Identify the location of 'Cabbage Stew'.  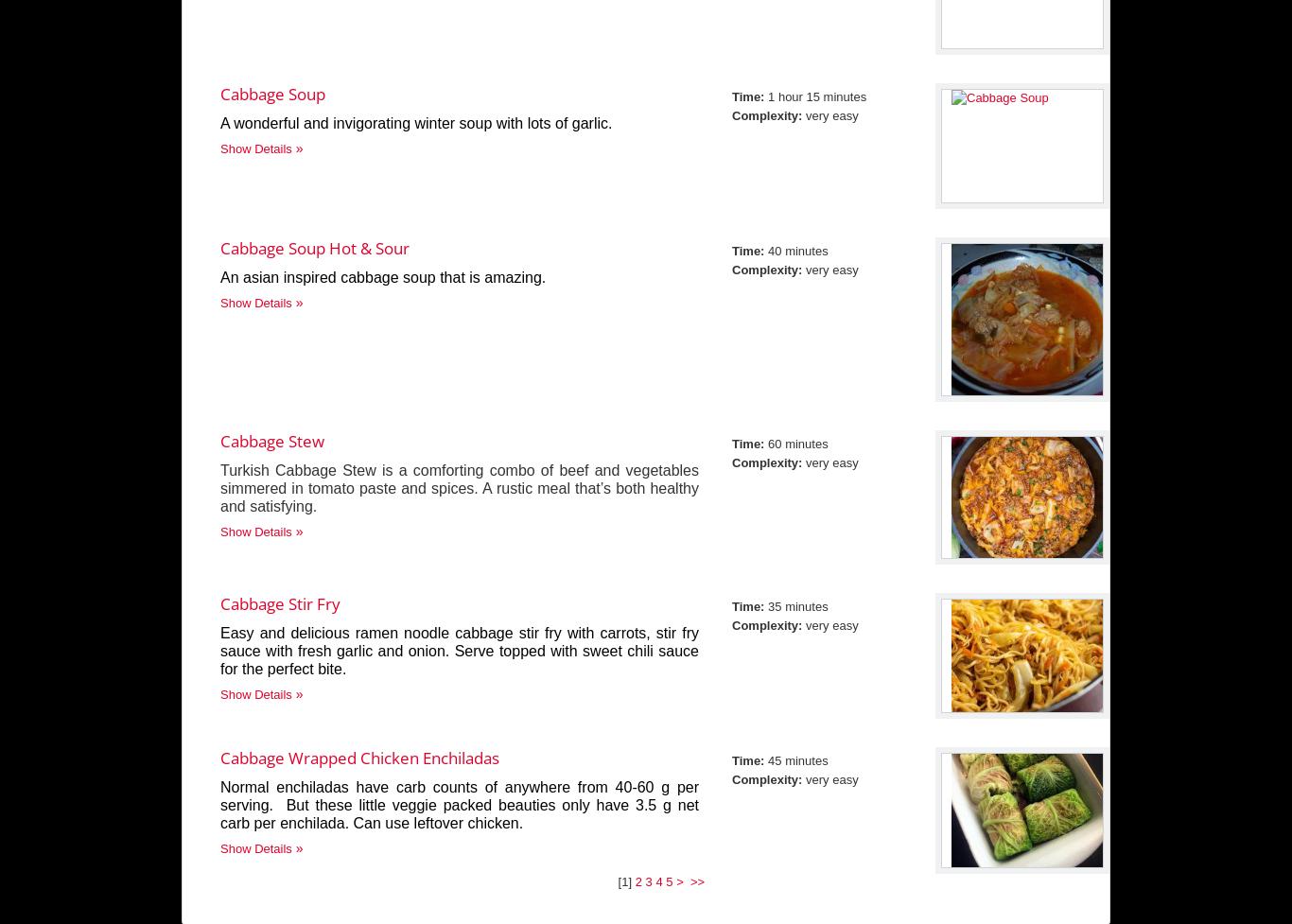
(271, 441).